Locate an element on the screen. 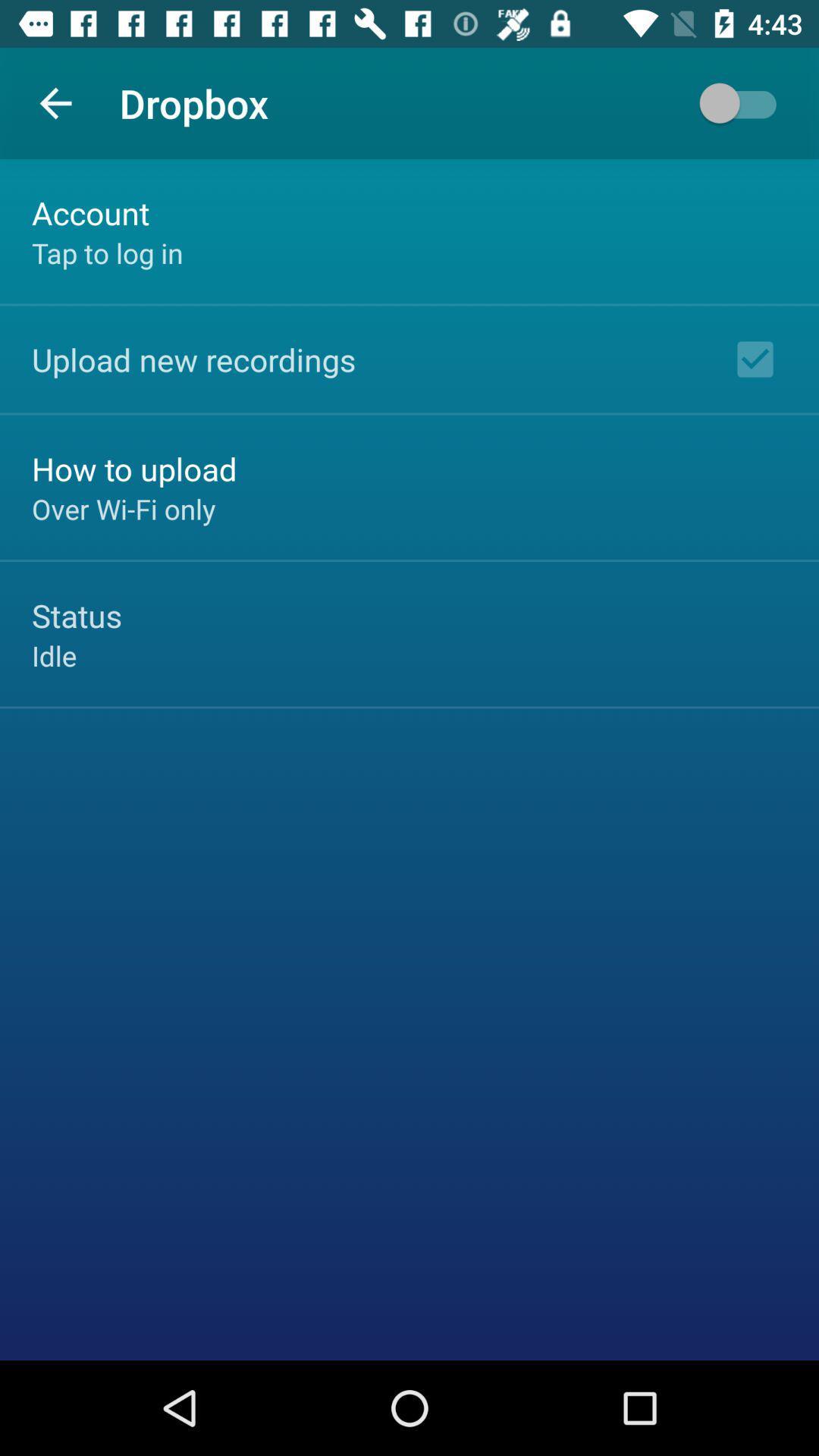 The height and width of the screenshot is (1456, 819). the app next to the dropbox app is located at coordinates (55, 102).